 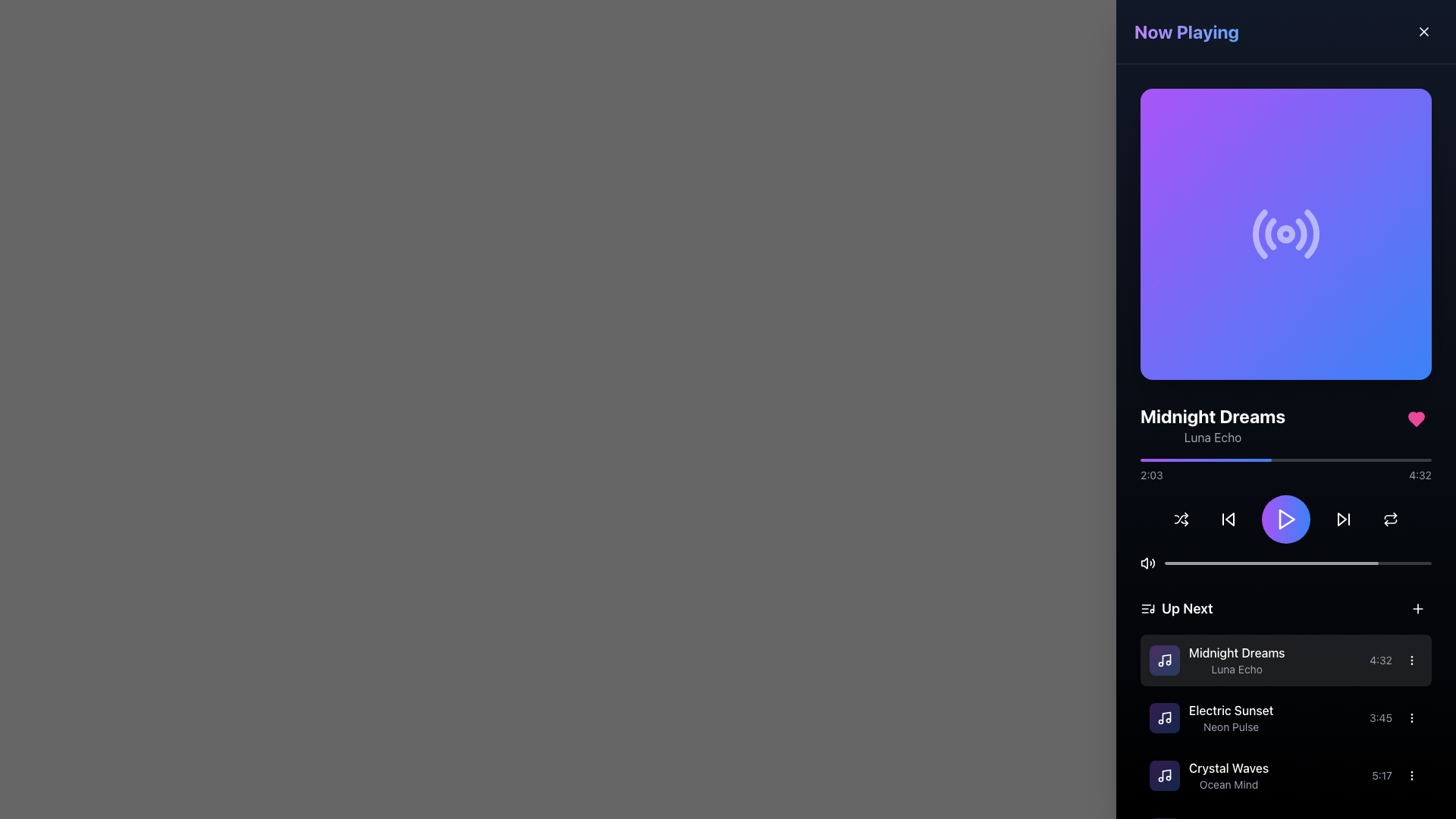 What do you see at coordinates (1423, 32) in the screenshot?
I see `the cross-shaped close button located in the top-right corner of the interface next to the title 'Now Playing'` at bounding box center [1423, 32].